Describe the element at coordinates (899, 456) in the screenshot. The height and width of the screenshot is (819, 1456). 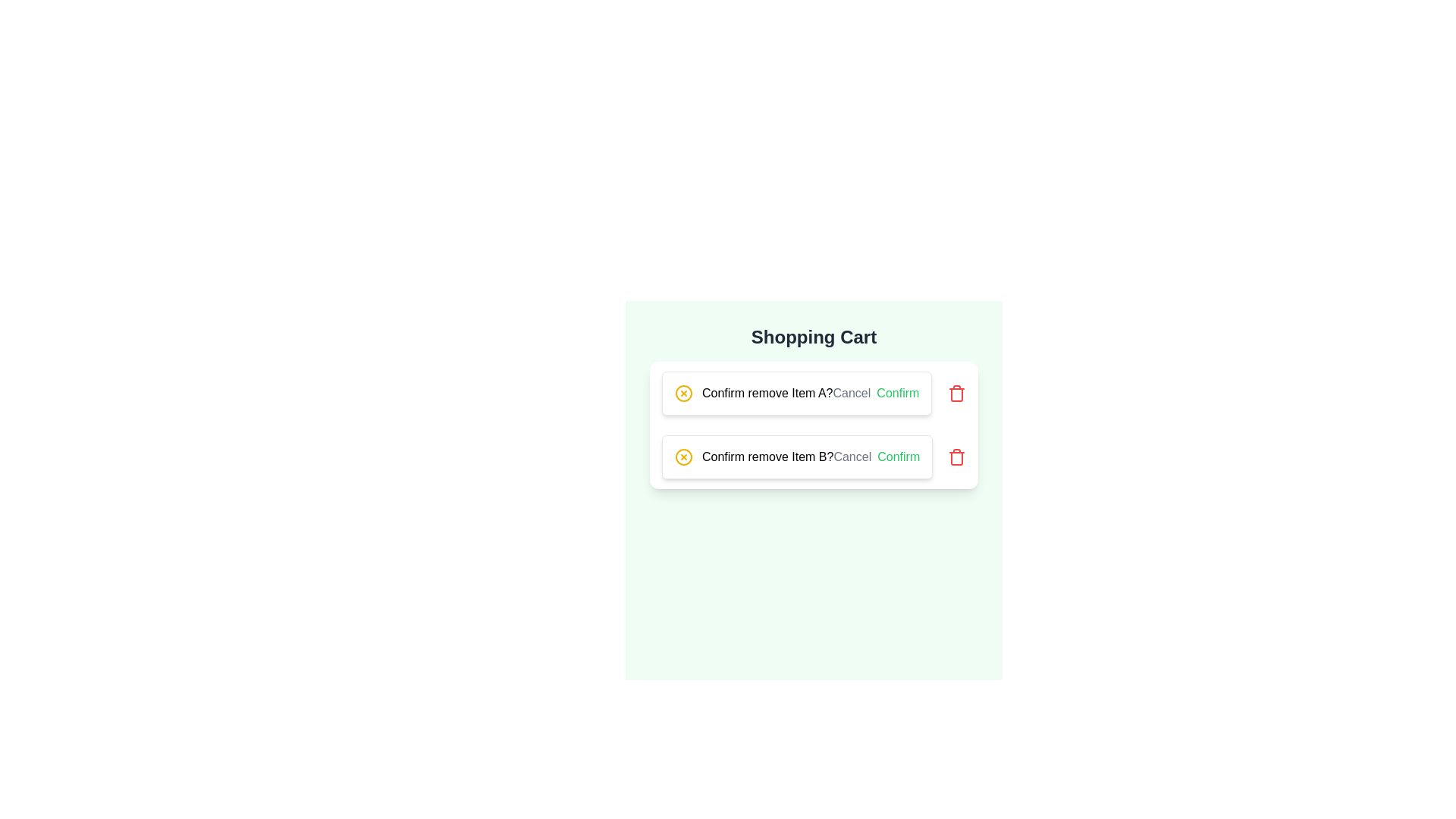
I see `the green 'Confirm' button located at the bottom-right corner of the modal dialog to finalize the action` at that location.